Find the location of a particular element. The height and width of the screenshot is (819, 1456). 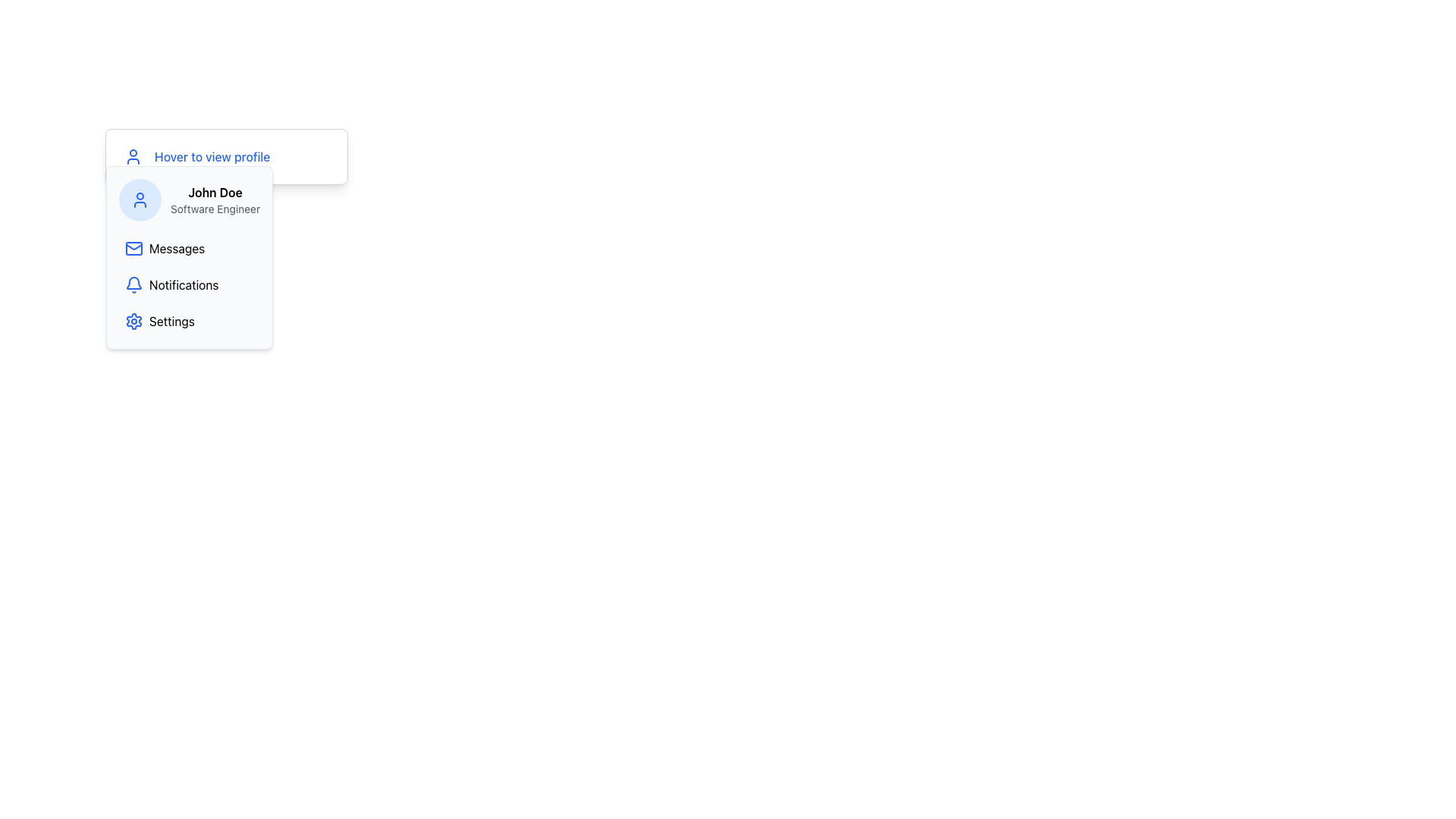

the blue outlined envelope icon next to the 'Messages' text in the dropdown menu is located at coordinates (134, 247).